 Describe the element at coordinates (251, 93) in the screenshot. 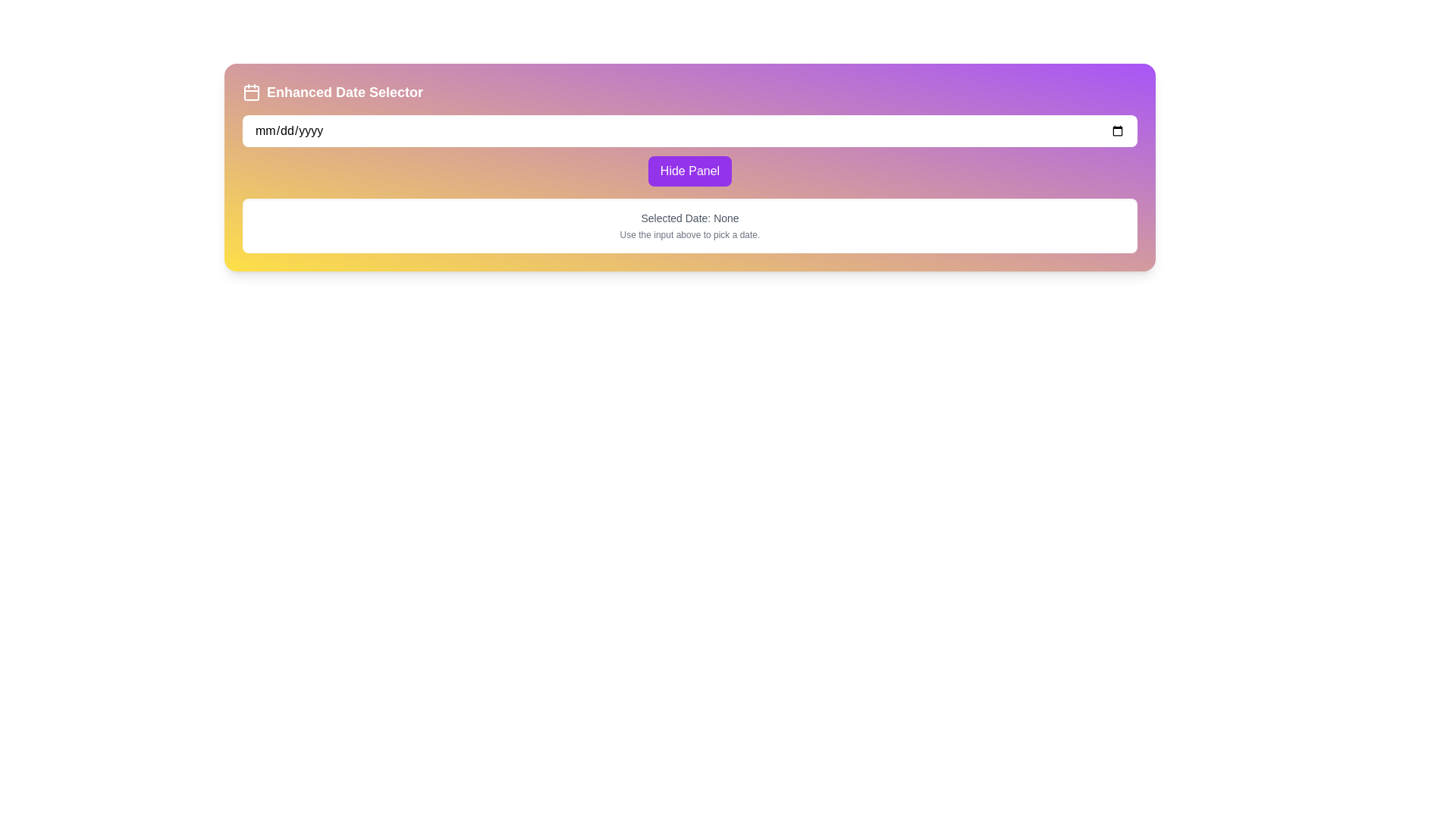

I see `the visual representation of the date-related icon located at the top-left section of the interface, preceding the label 'Enhanced Date Selector'` at that location.